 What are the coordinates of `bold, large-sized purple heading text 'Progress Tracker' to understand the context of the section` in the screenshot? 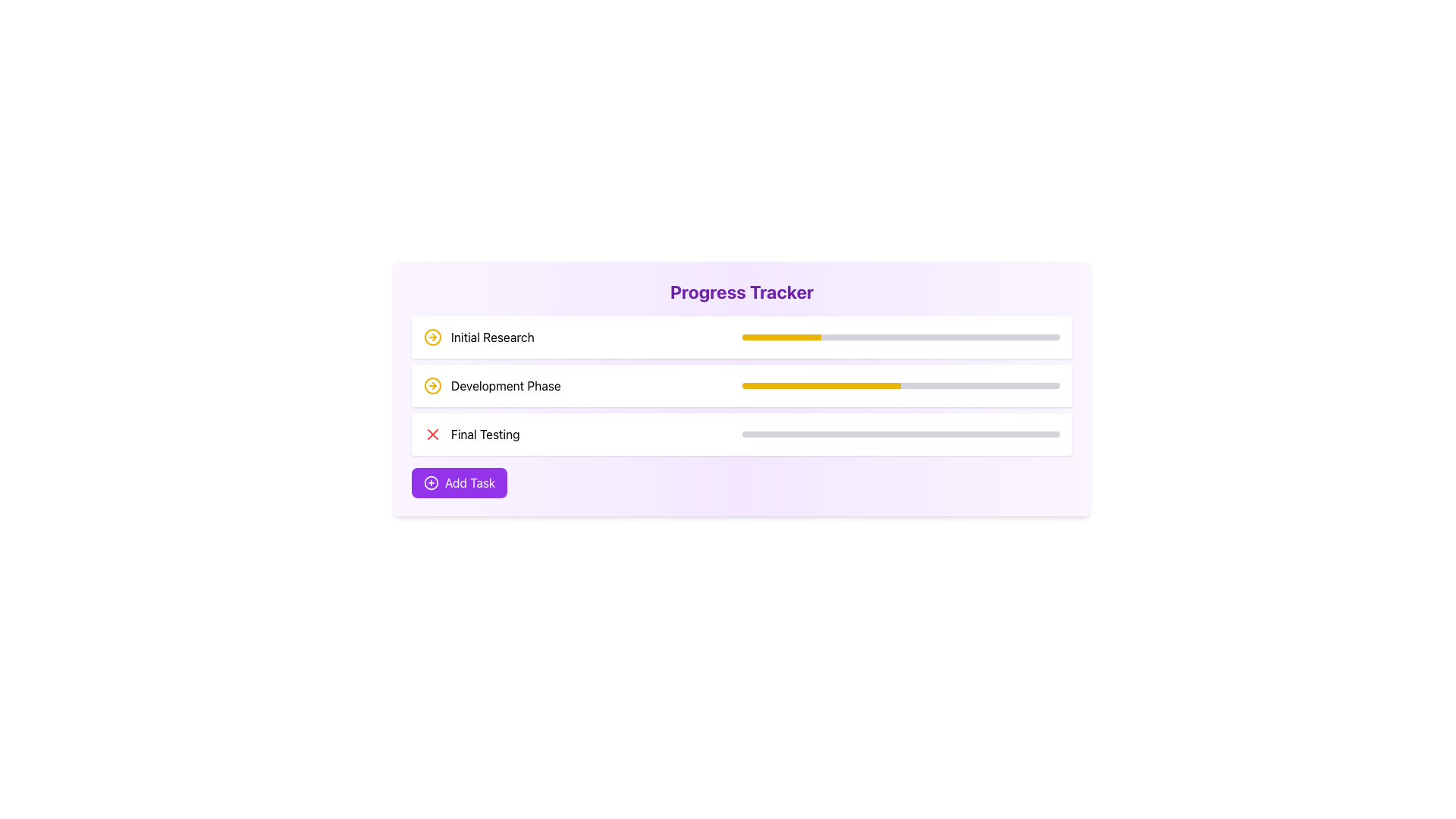 It's located at (742, 292).